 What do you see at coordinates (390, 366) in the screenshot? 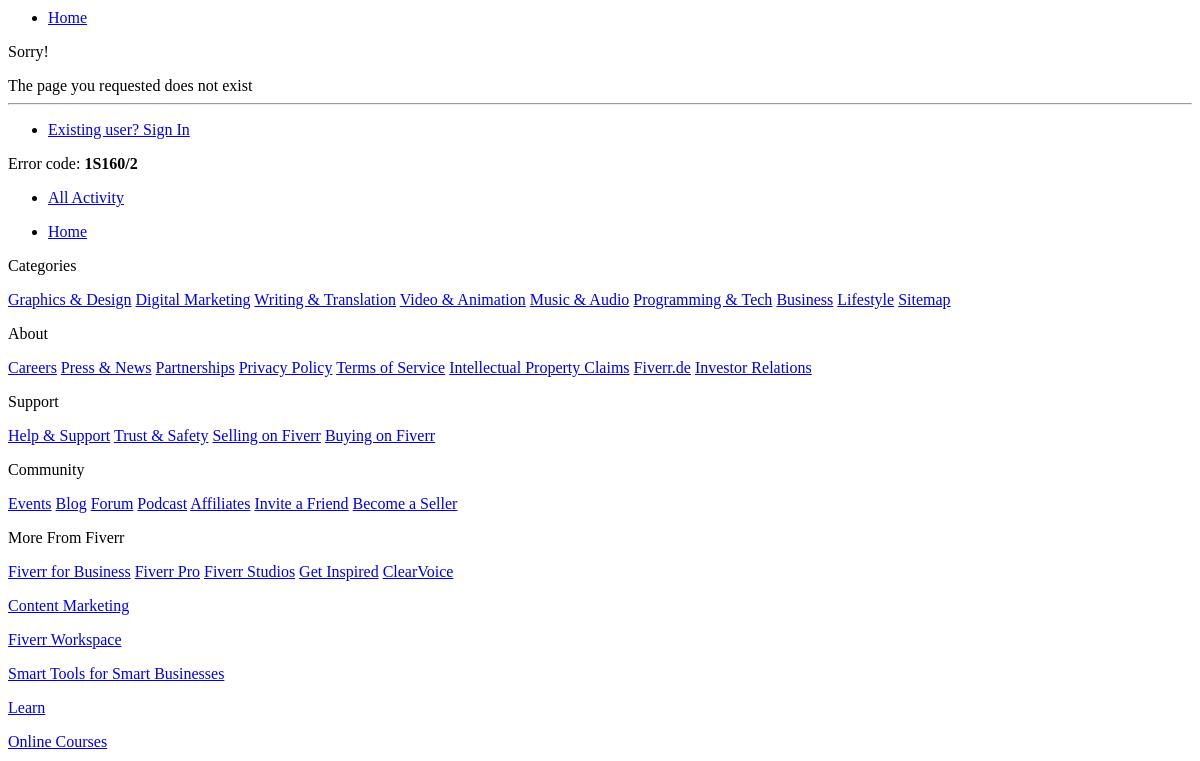
I see `'Terms of Service'` at bounding box center [390, 366].